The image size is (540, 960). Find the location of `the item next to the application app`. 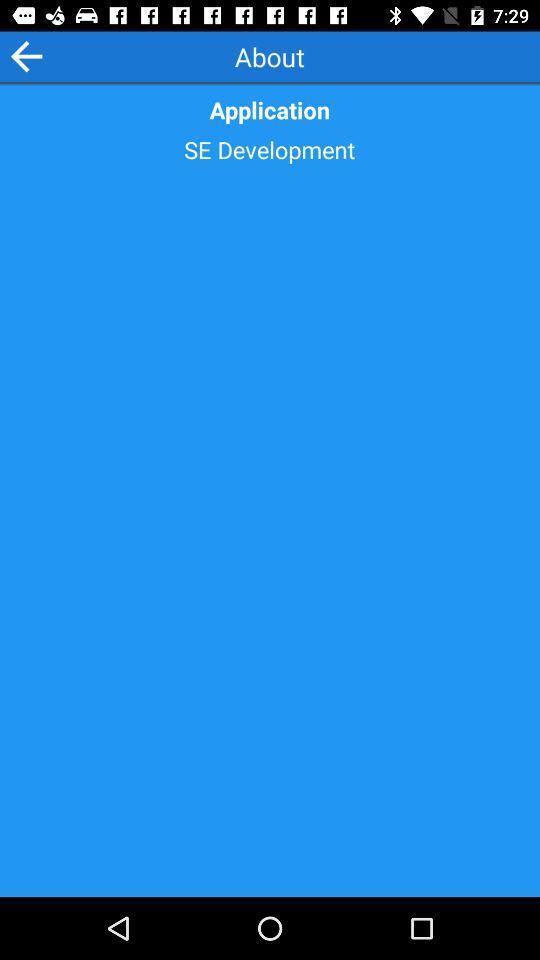

the item next to the application app is located at coordinates (25, 55).